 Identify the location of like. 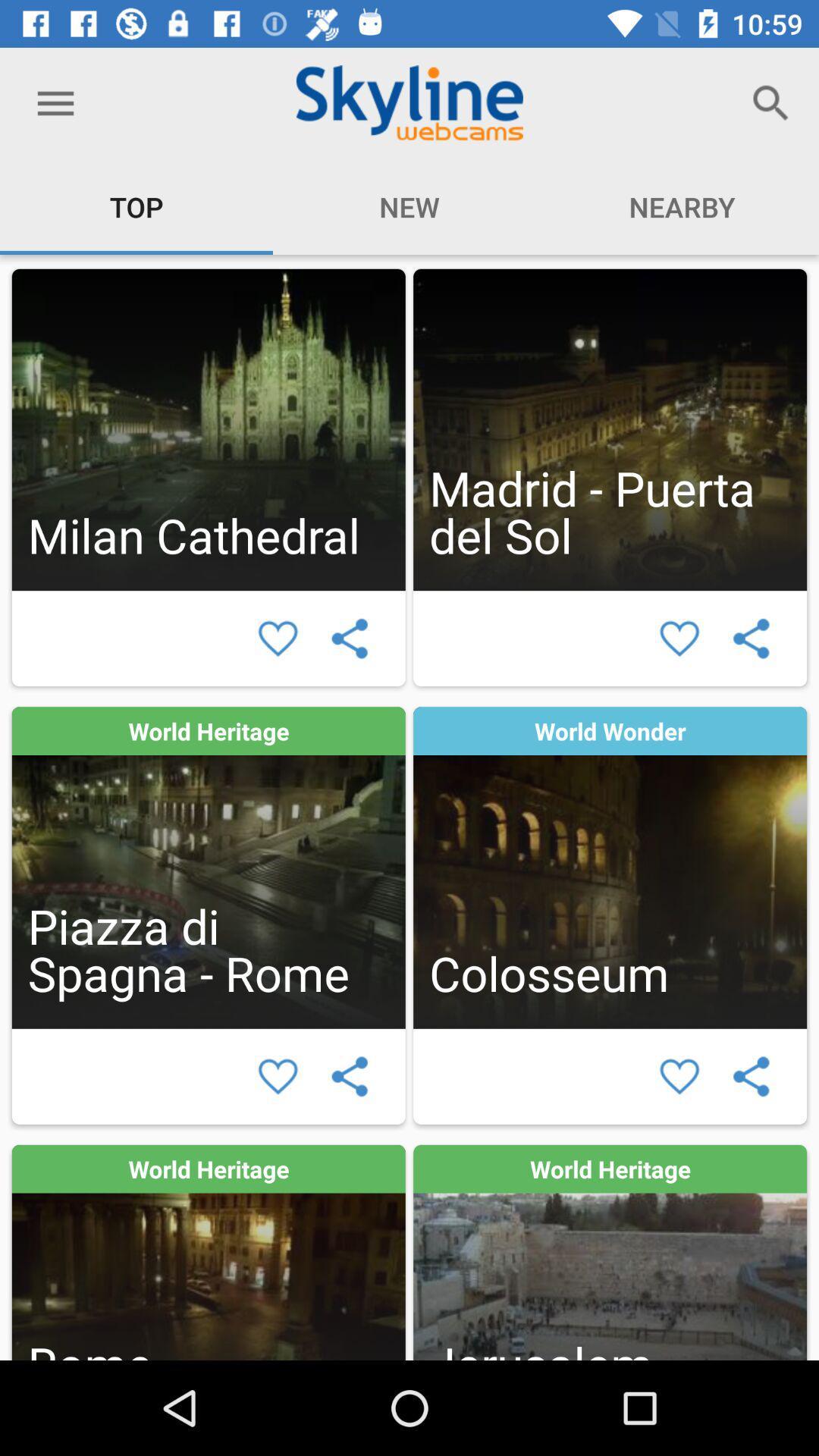
(278, 639).